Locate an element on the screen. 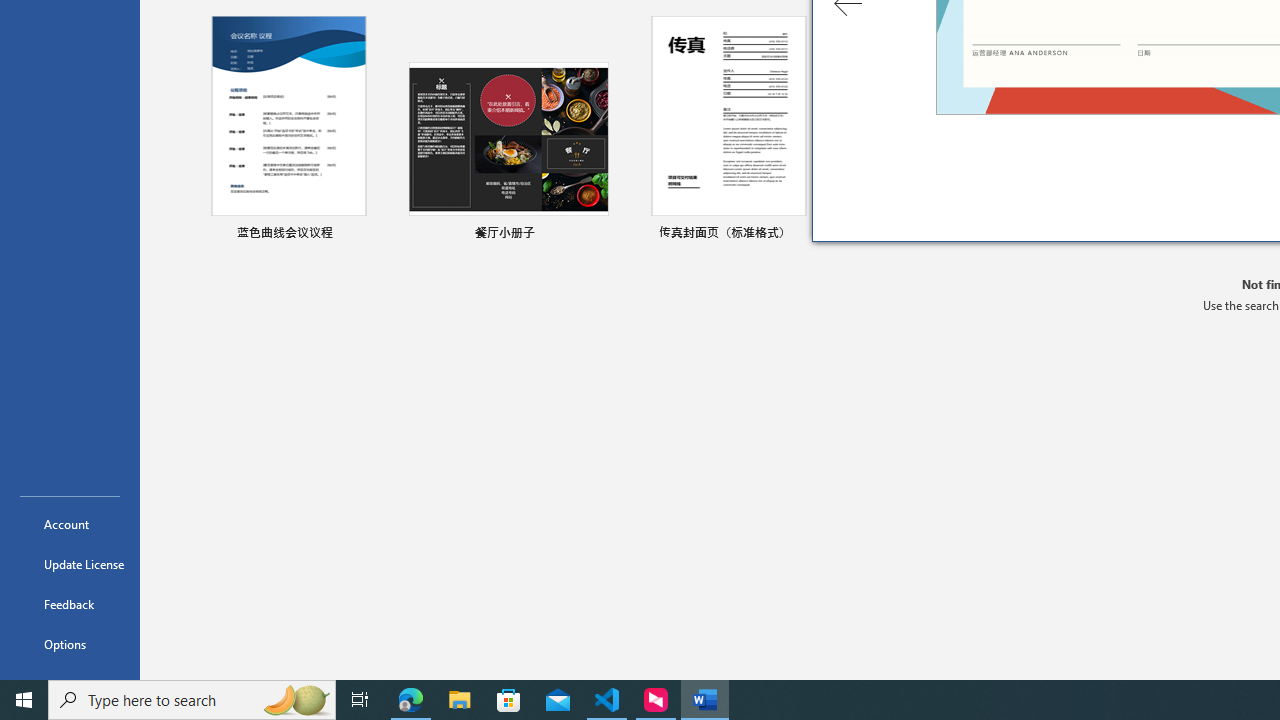 This screenshot has height=720, width=1280. 'Feedback' is located at coordinates (69, 603).